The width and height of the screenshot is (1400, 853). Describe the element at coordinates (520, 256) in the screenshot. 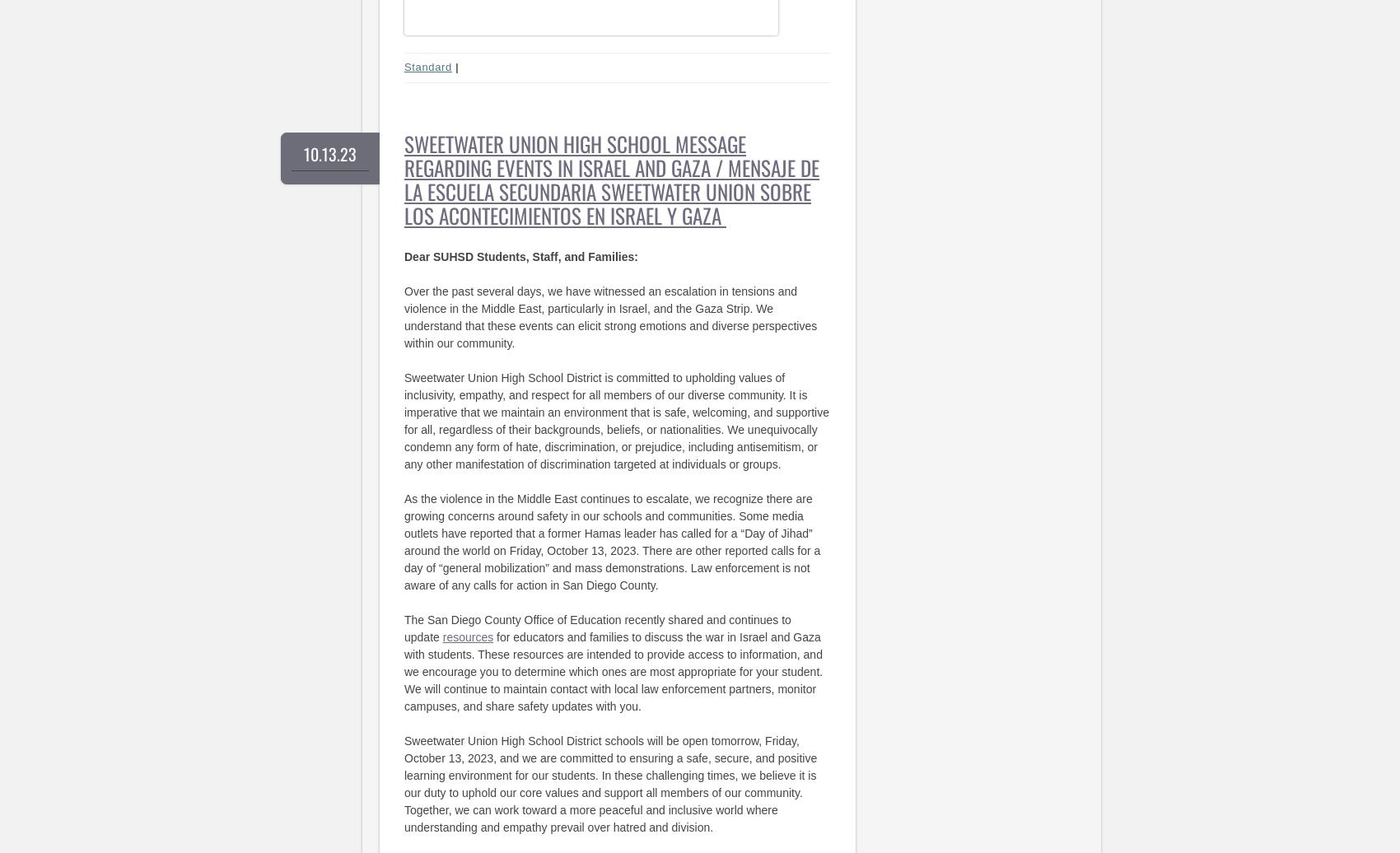

I see `'Dear SUHSD Students, Staff, and Families:'` at that location.